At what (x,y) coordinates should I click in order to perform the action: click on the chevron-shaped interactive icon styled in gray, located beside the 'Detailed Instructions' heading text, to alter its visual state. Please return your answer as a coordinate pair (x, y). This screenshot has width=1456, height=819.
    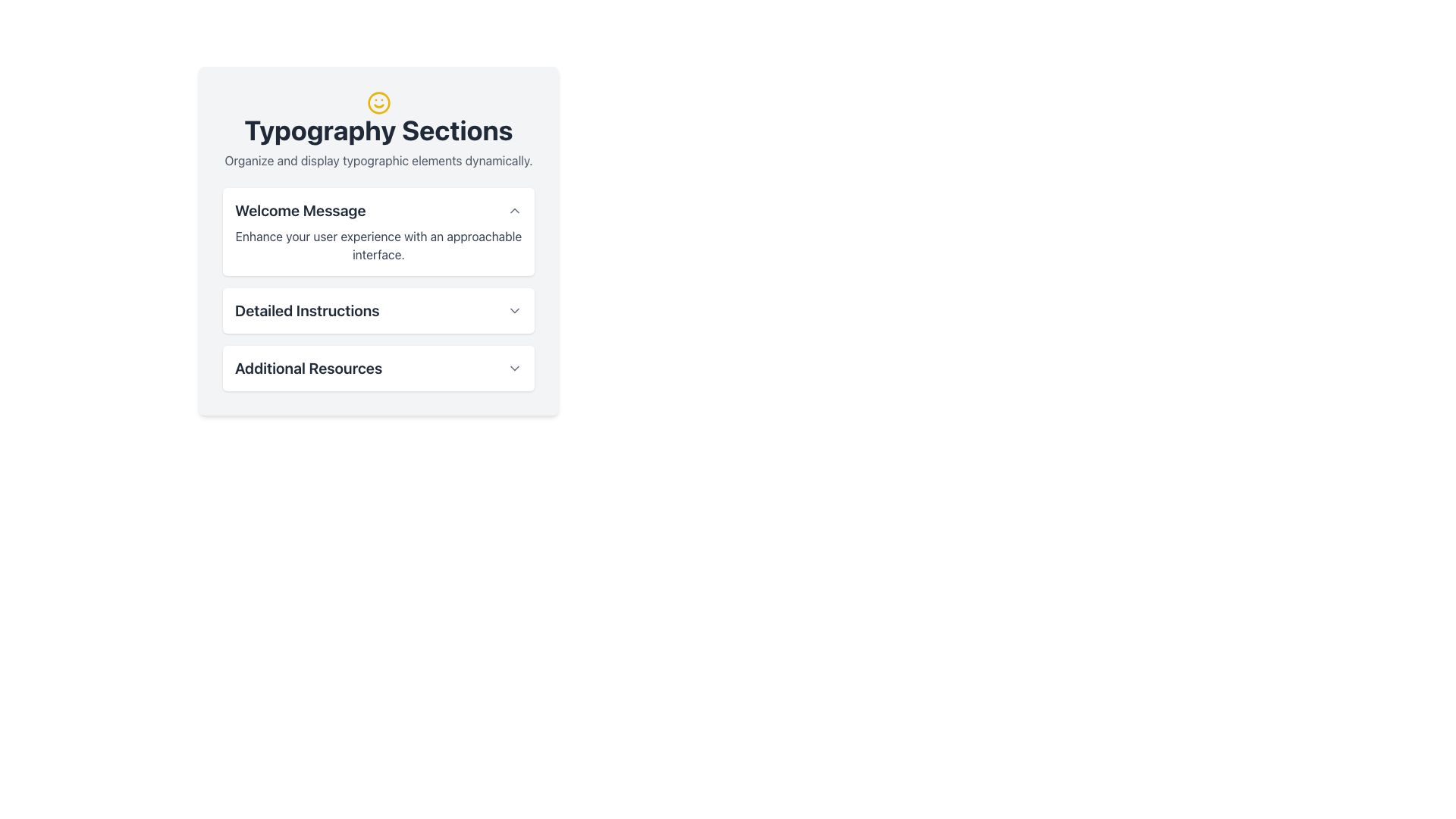
    Looking at the image, I should click on (514, 309).